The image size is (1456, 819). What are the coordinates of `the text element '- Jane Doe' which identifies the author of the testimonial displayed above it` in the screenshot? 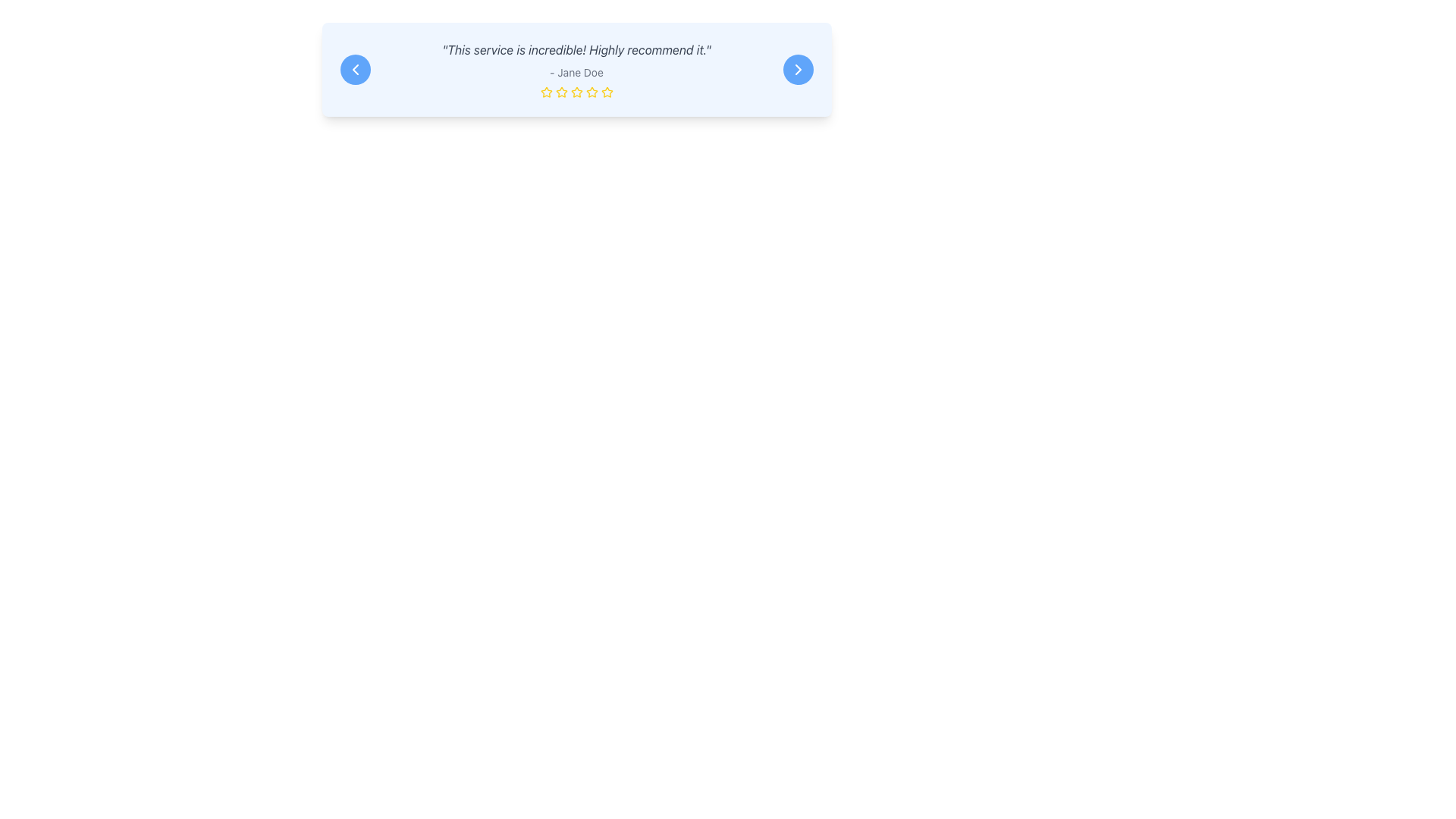 It's located at (576, 73).